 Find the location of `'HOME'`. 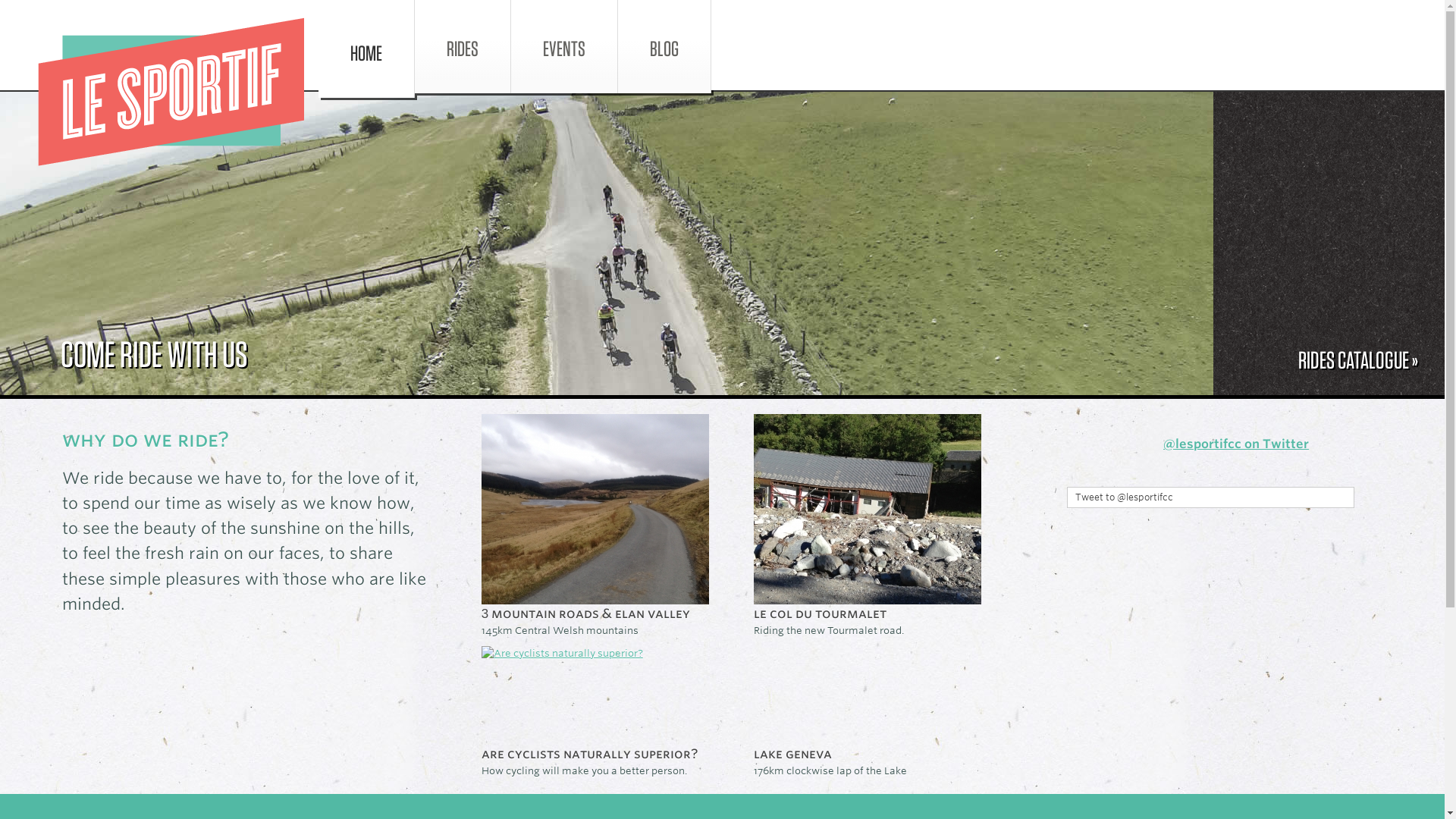

'HOME' is located at coordinates (366, 48).